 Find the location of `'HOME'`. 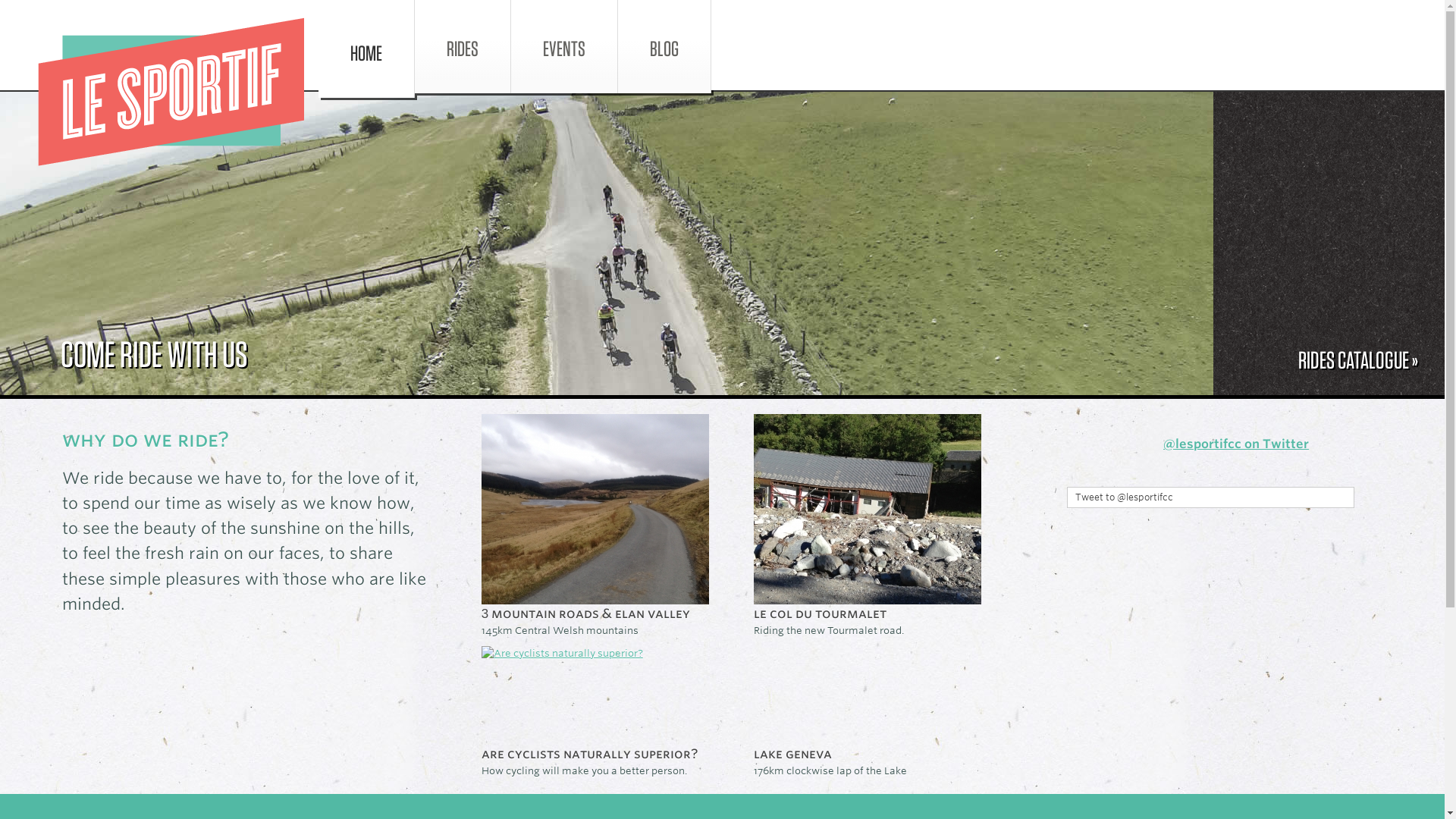

'HOME' is located at coordinates (366, 48).